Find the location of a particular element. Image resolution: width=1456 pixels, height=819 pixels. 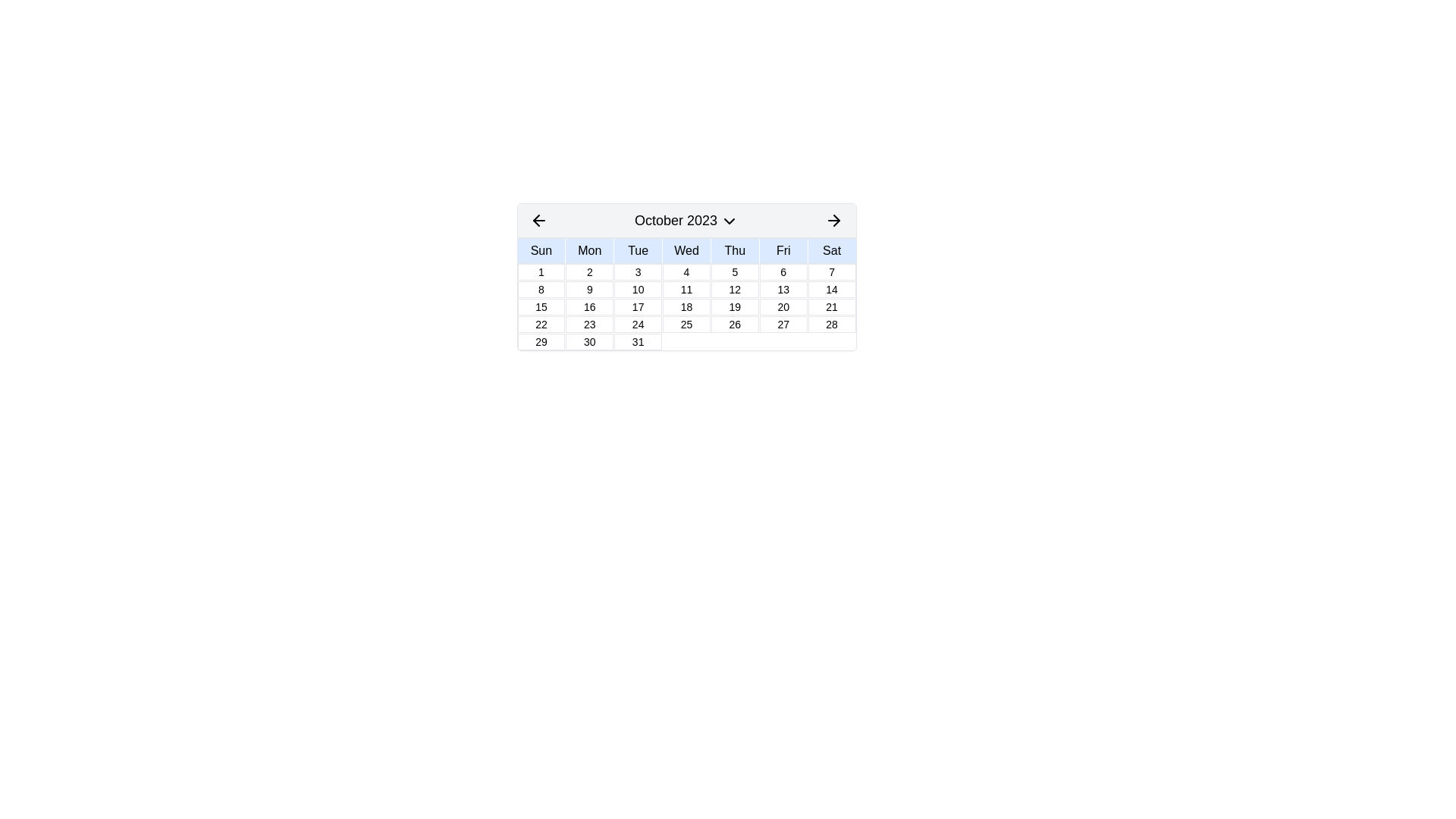

the calendar date cell that contains the digit '1' in a bold, black font, located in the first column and first row of the grid layout is located at coordinates (541, 271).